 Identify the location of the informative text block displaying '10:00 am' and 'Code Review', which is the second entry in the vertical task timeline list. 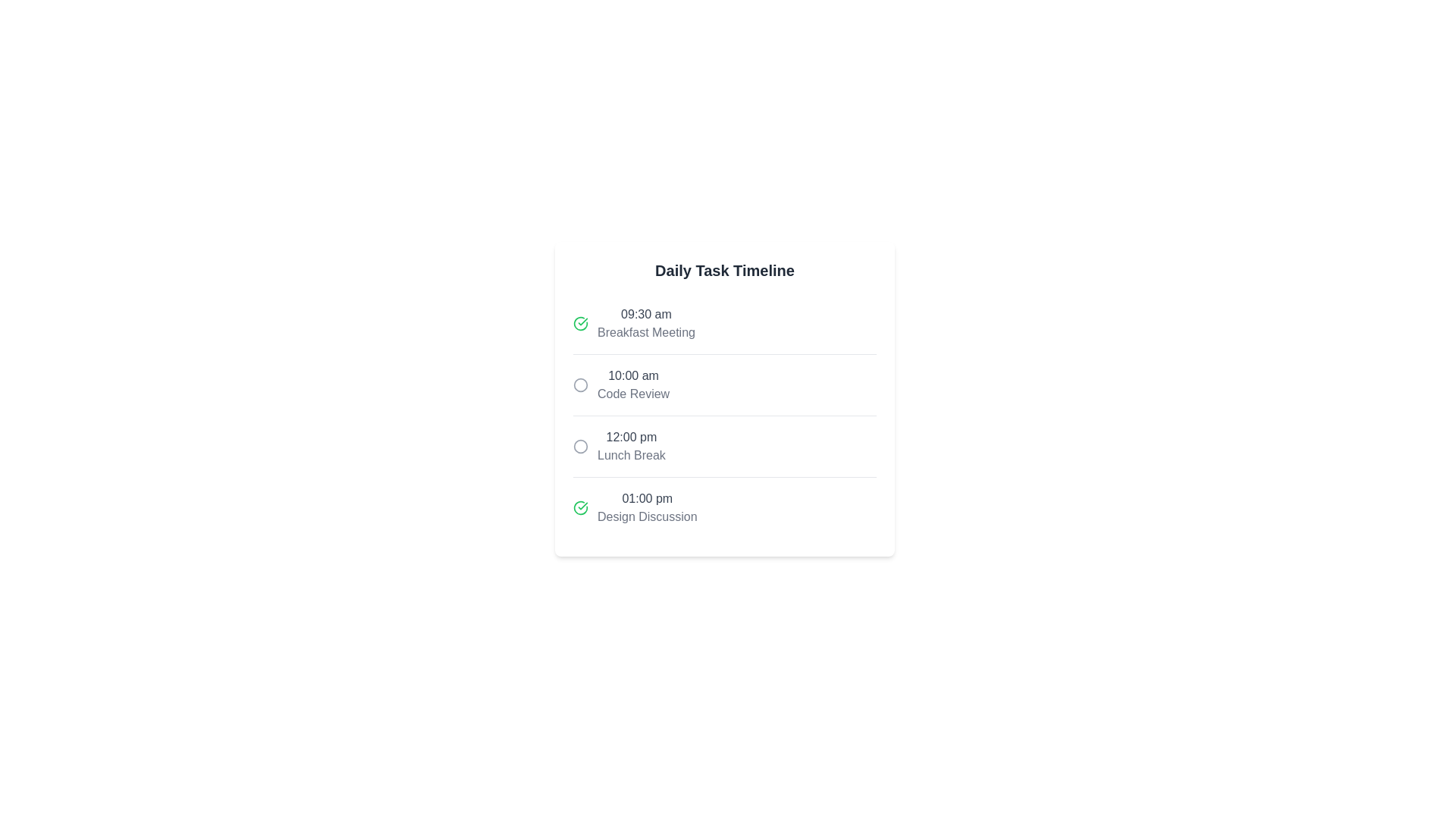
(633, 384).